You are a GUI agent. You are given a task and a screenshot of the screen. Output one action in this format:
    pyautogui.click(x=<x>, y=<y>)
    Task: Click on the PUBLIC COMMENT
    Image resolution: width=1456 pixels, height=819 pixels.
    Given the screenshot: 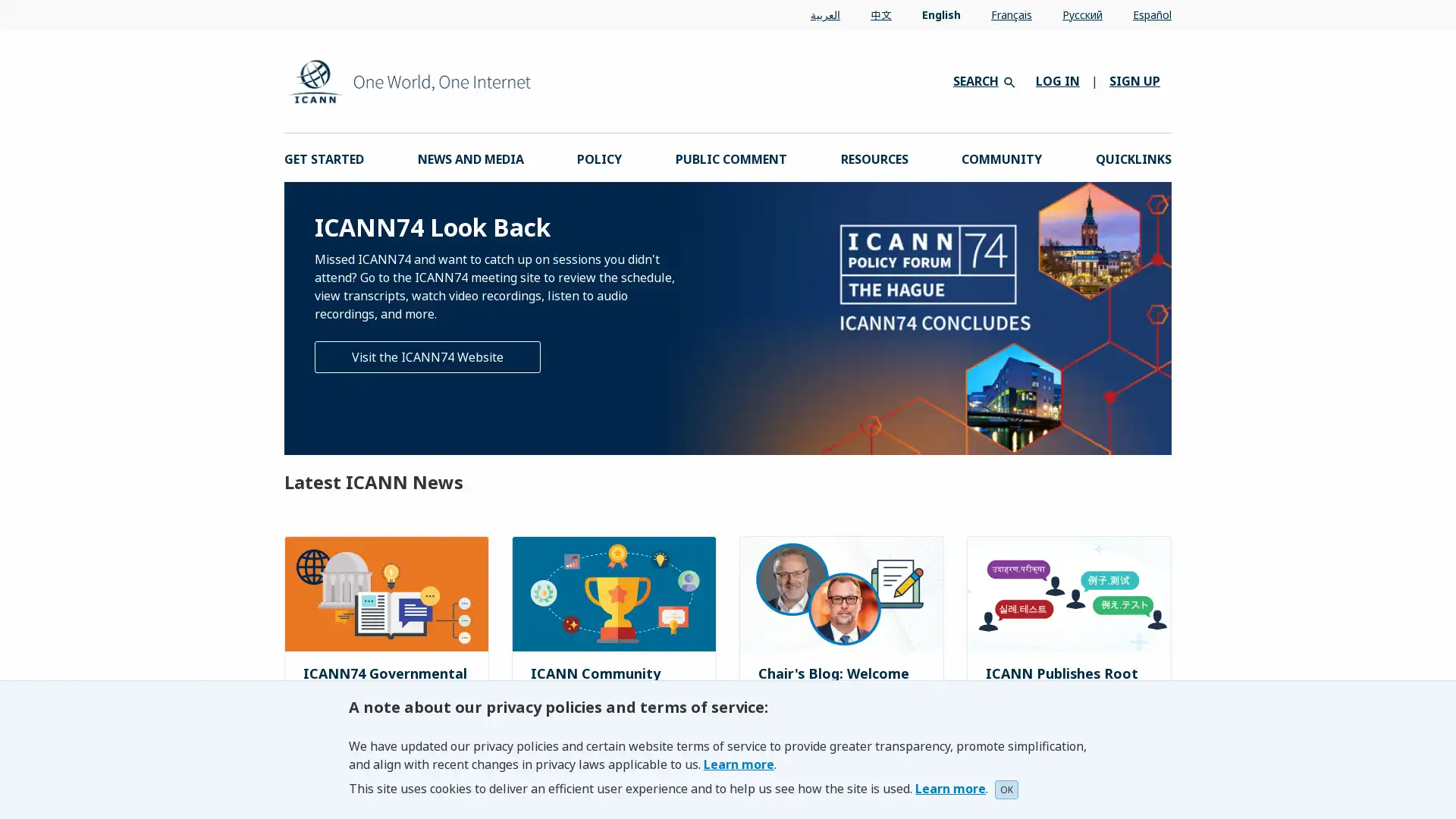 What is the action you would take?
    pyautogui.click(x=730, y=158)
    